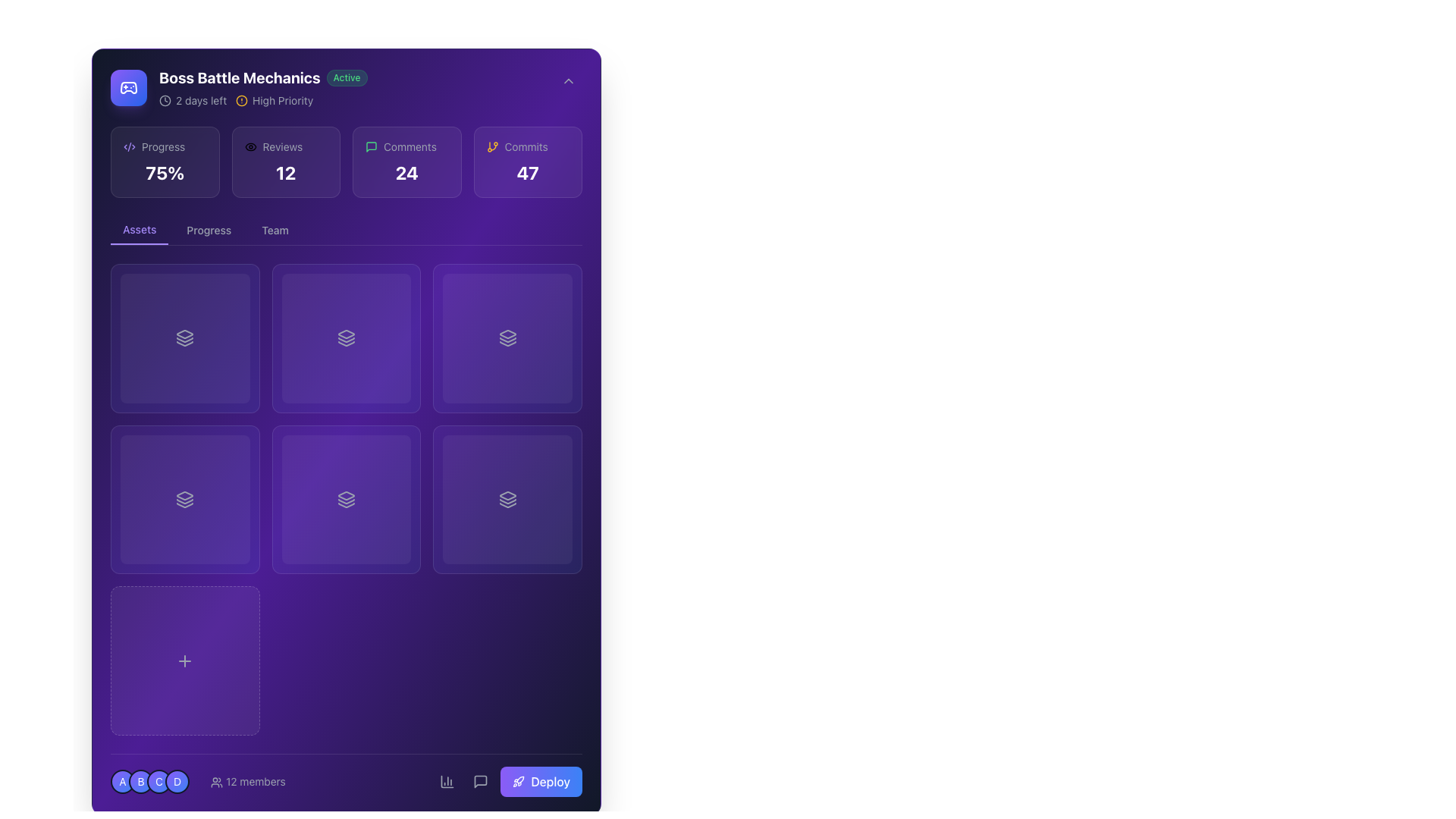  Describe the element at coordinates (275, 231) in the screenshot. I see `the 'Team' button, which is the third button in a horizontal group of three, to change its color from gray to white` at that location.